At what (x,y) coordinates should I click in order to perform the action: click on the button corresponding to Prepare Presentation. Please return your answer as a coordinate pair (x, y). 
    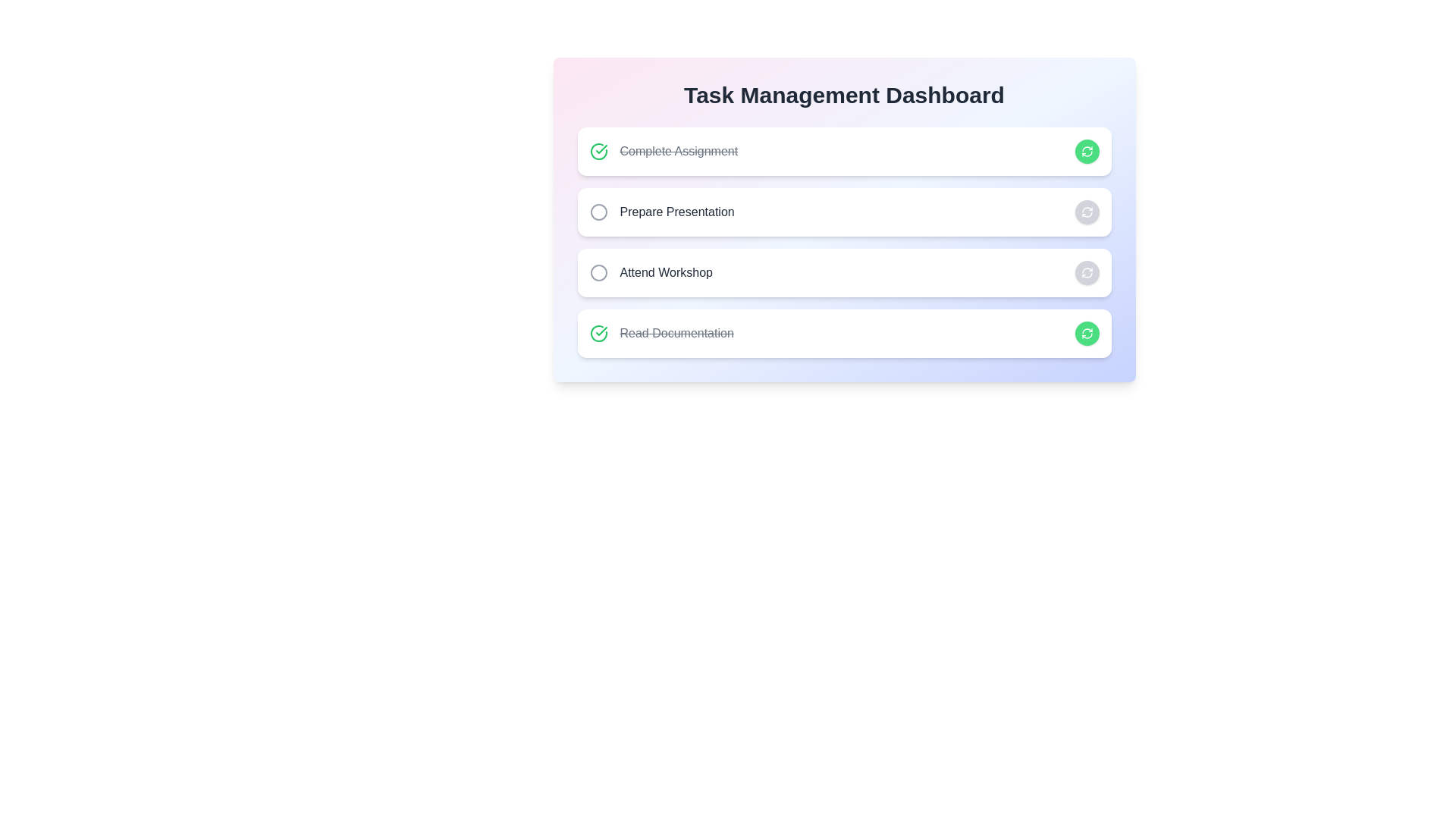
    Looking at the image, I should click on (1086, 212).